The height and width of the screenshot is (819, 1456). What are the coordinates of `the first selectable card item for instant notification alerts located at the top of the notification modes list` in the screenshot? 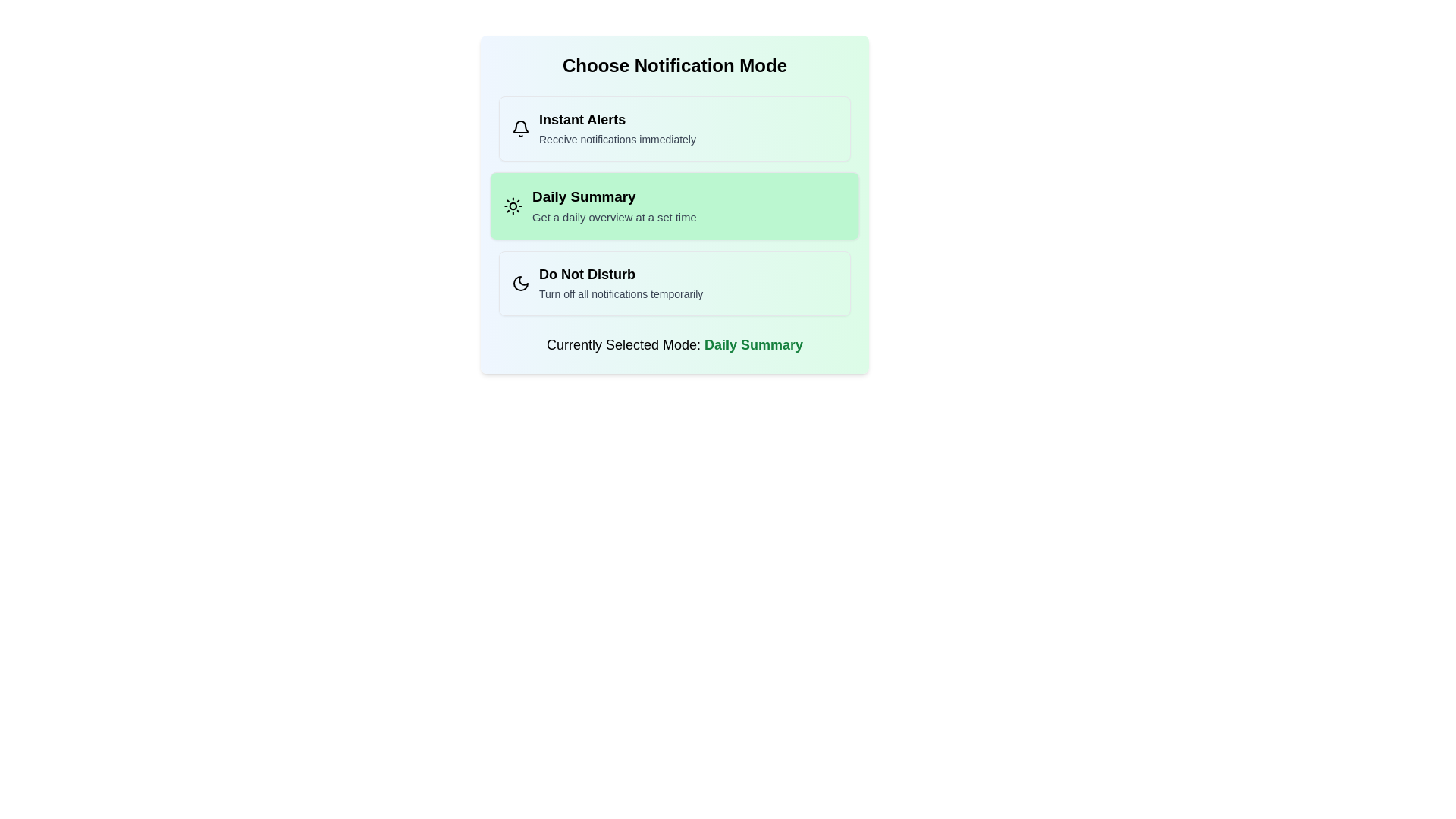 It's located at (673, 127).